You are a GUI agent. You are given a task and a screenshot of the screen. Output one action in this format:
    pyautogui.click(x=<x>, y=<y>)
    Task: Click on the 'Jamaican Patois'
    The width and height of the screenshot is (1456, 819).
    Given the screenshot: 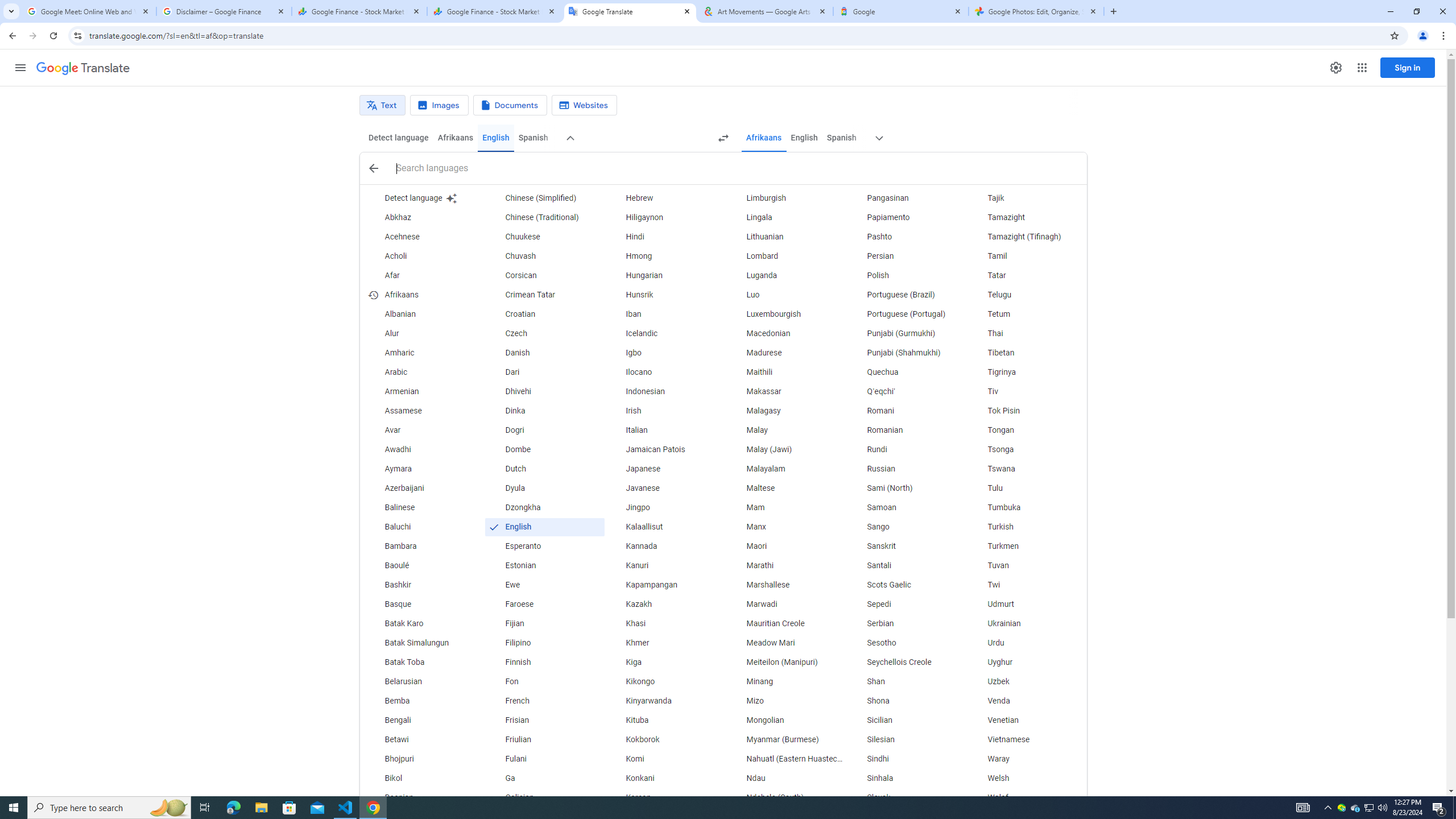 What is the action you would take?
    pyautogui.click(x=665, y=449)
    